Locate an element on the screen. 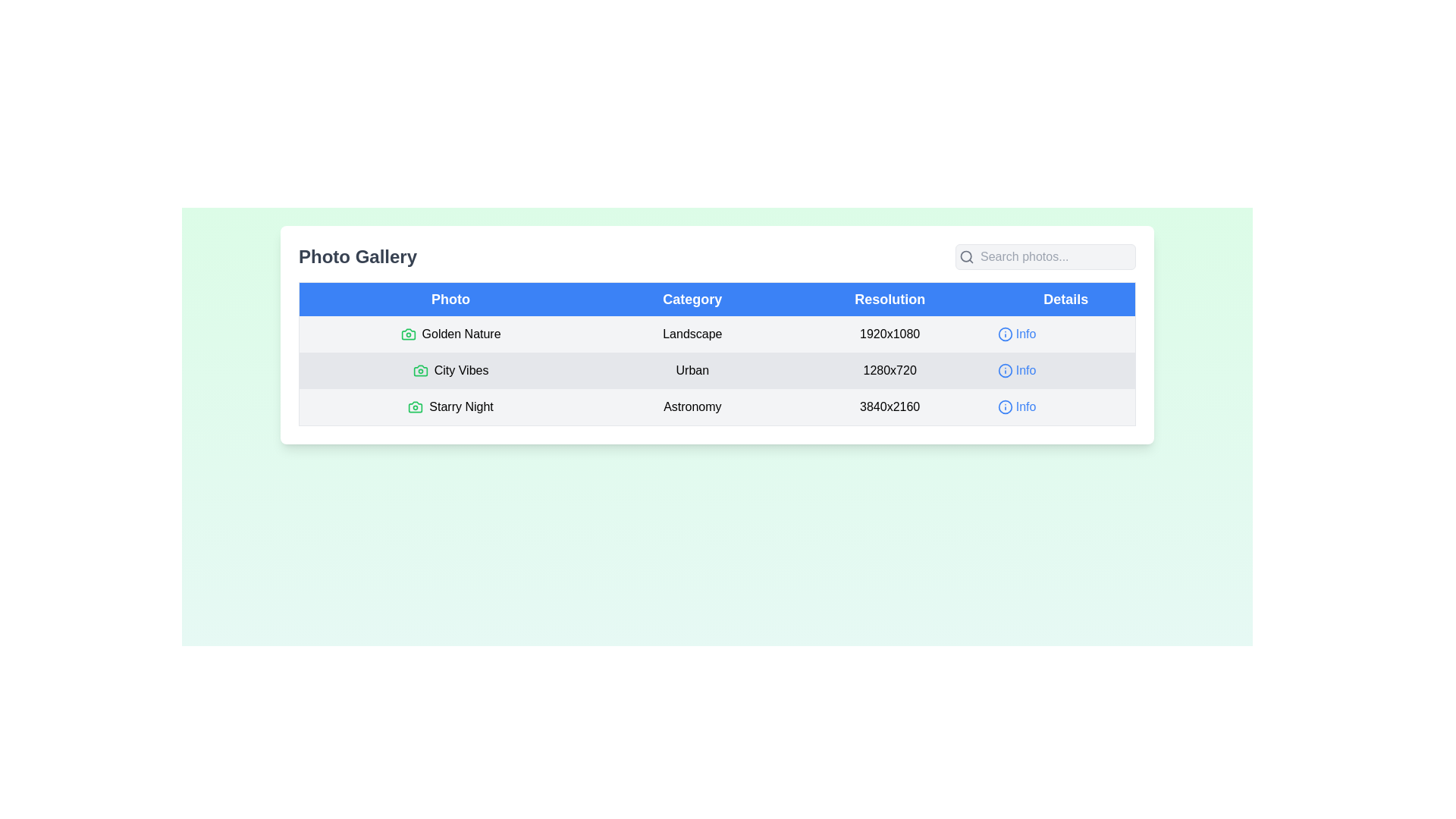 The height and width of the screenshot is (819, 1456). the header label for the resolution column in the table, located between the 'Category' and 'Details' headers is located at coordinates (890, 299).